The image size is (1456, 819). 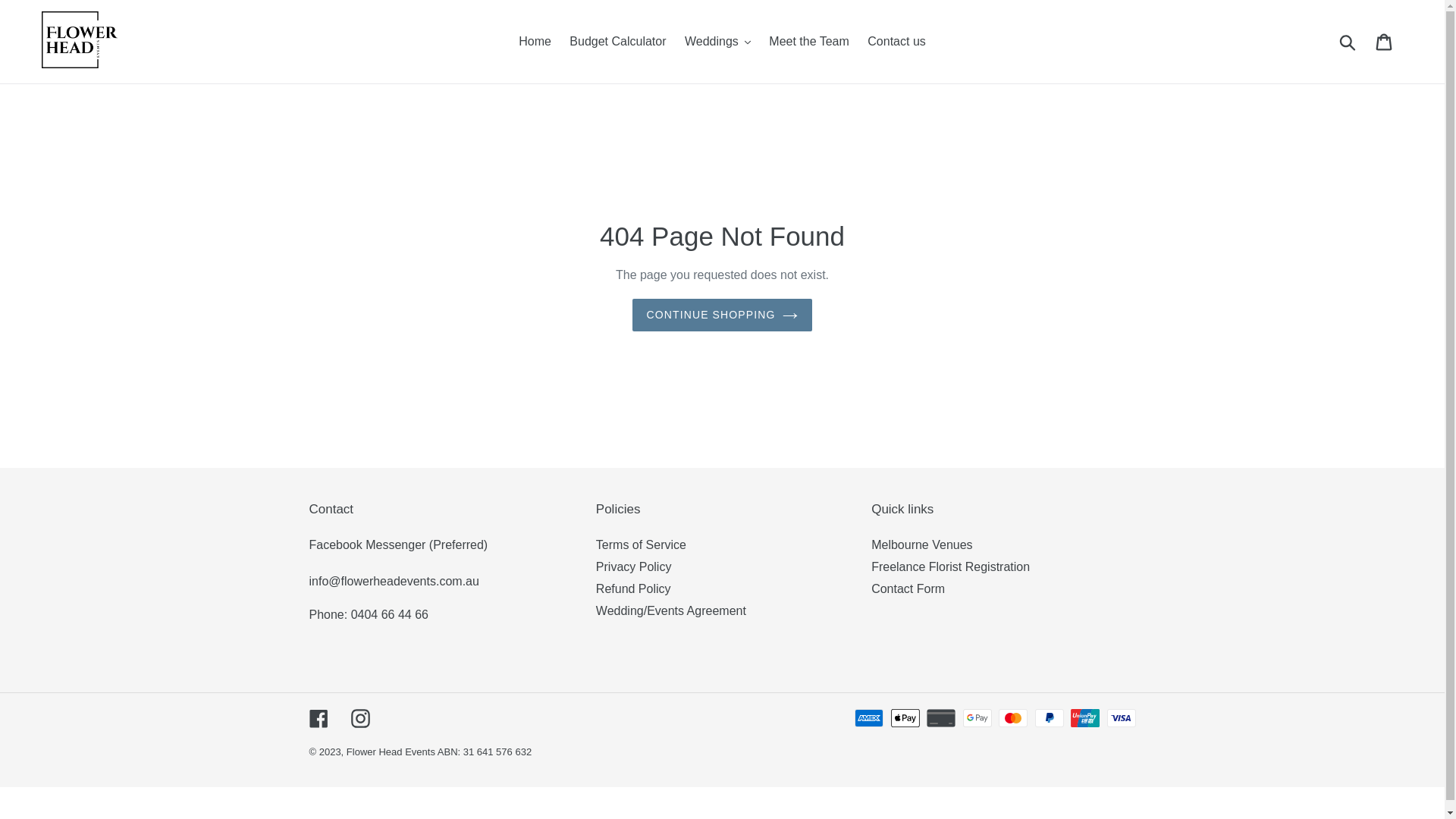 What do you see at coordinates (617, 40) in the screenshot?
I see `'Budget Calculator'` at bounding box center [617, 40].